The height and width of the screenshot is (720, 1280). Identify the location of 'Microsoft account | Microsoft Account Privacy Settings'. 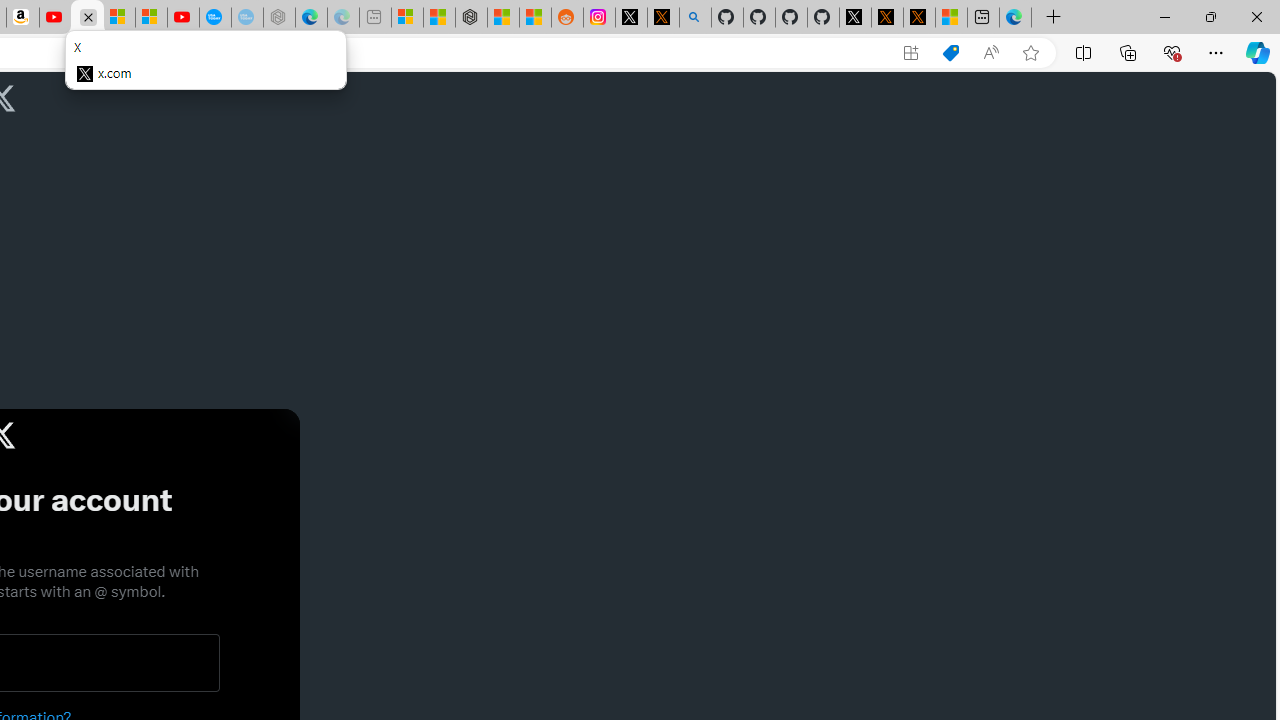
(406, 17).